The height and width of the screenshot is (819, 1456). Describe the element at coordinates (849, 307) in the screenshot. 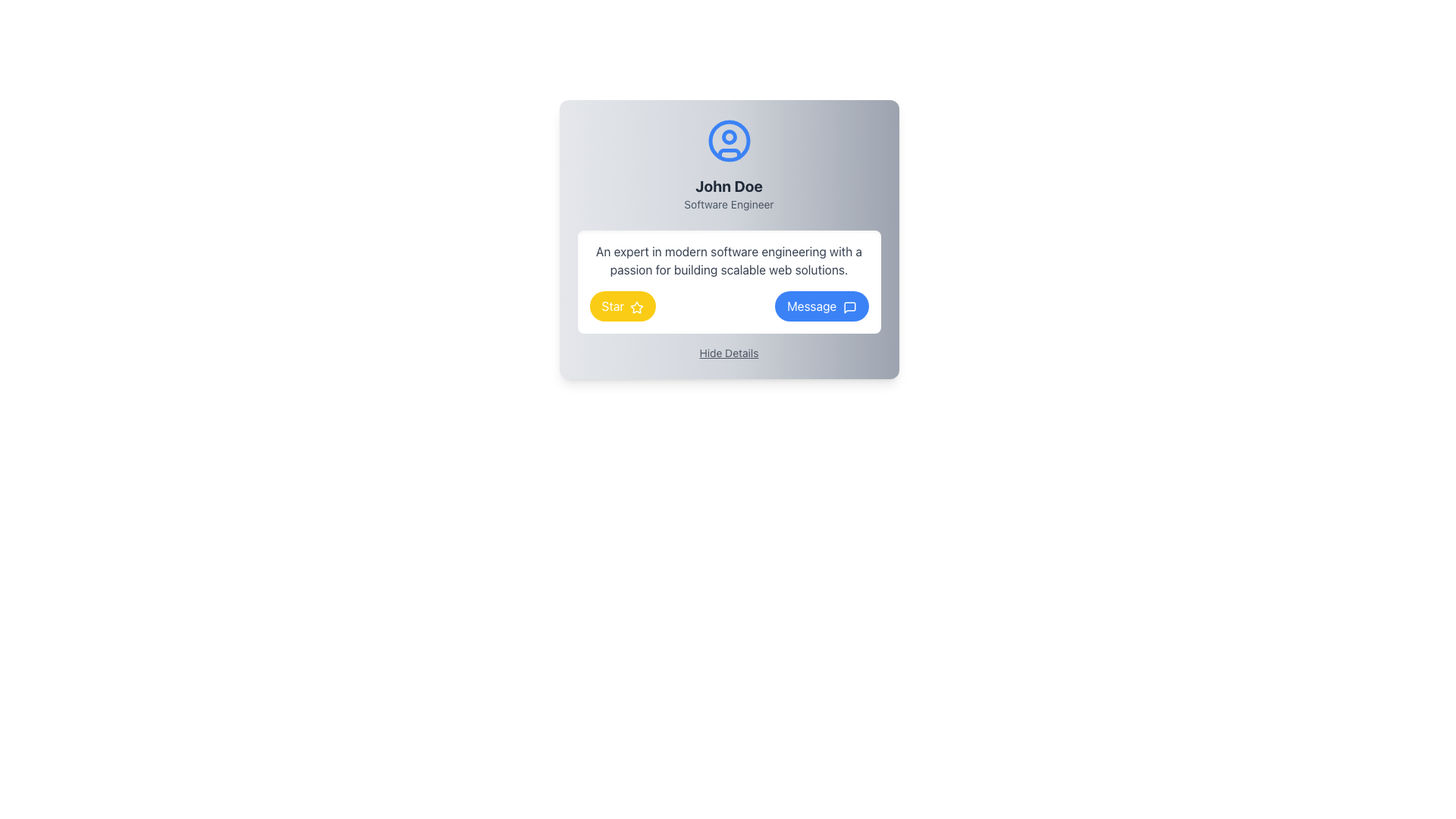

I see `the 'Message' icon located in the button at the bottom-right of the main profile card interface, which indicates a communication-related operation` at that location.